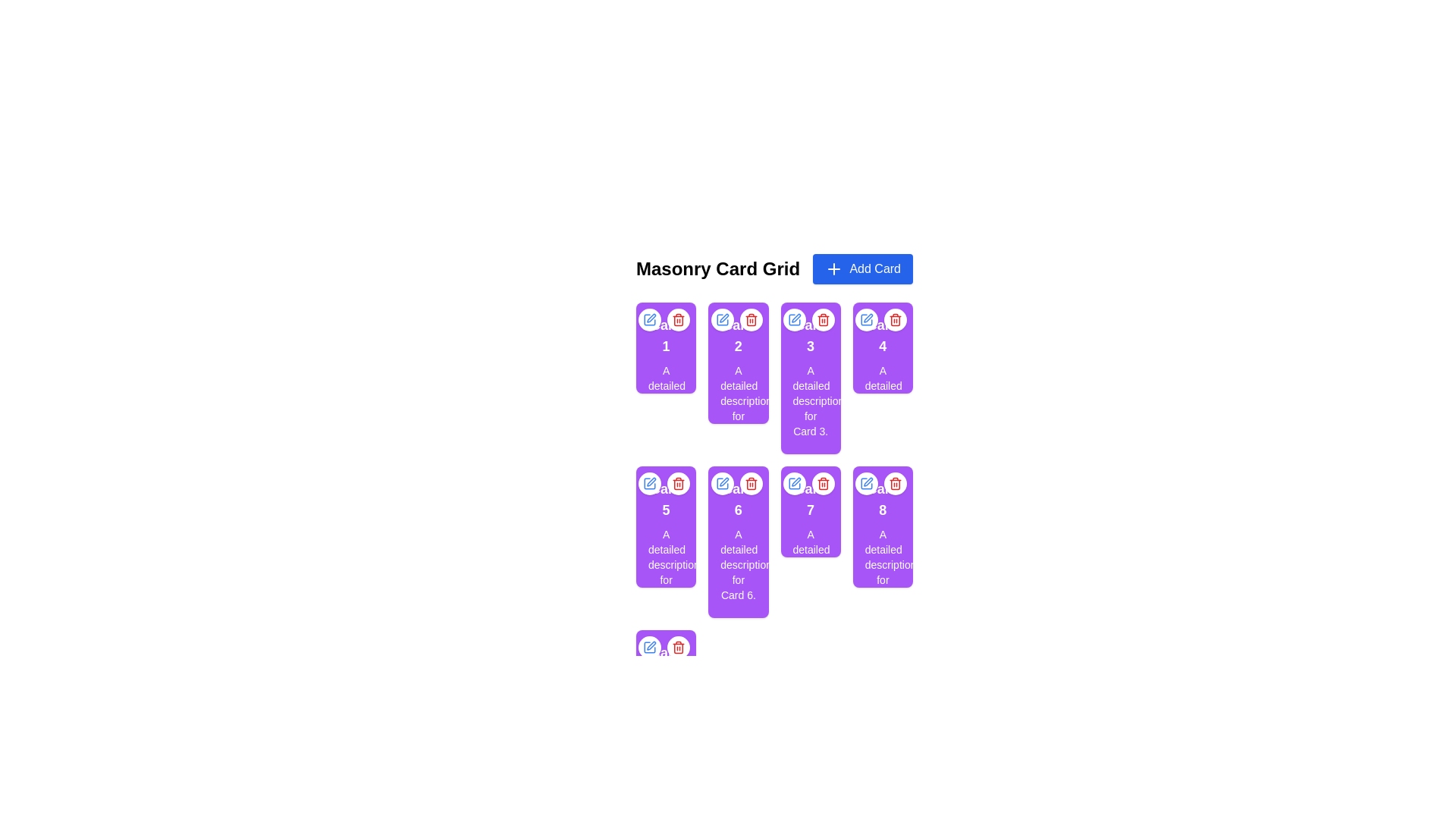  I want to click on the delete button located in the button group at the top-right corner of the purple rectangular card labeled 'Card 9', so click(664, 647).